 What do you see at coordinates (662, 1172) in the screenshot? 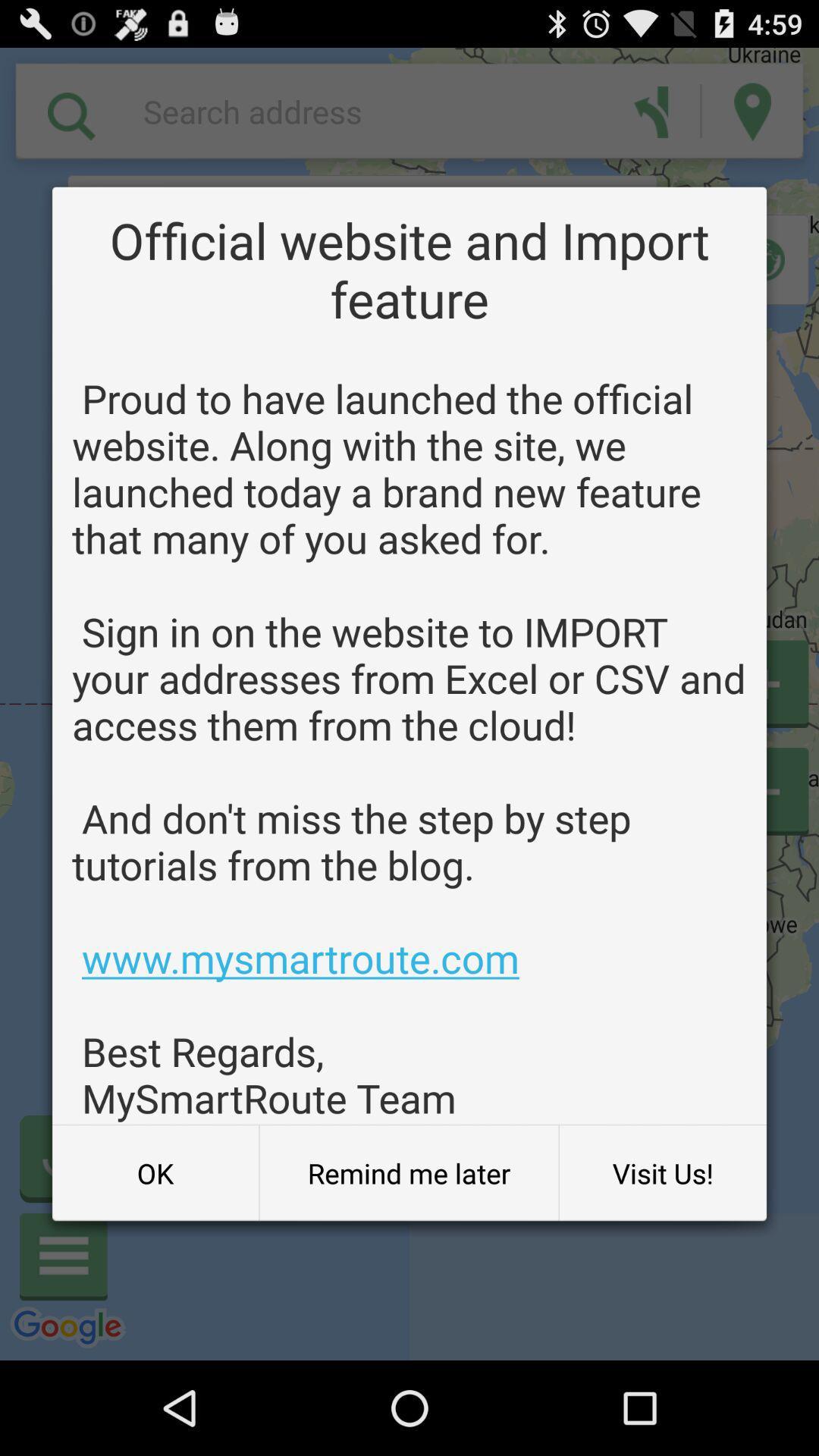
I see `item below proud to have app` at bounding box center [662, 1172].